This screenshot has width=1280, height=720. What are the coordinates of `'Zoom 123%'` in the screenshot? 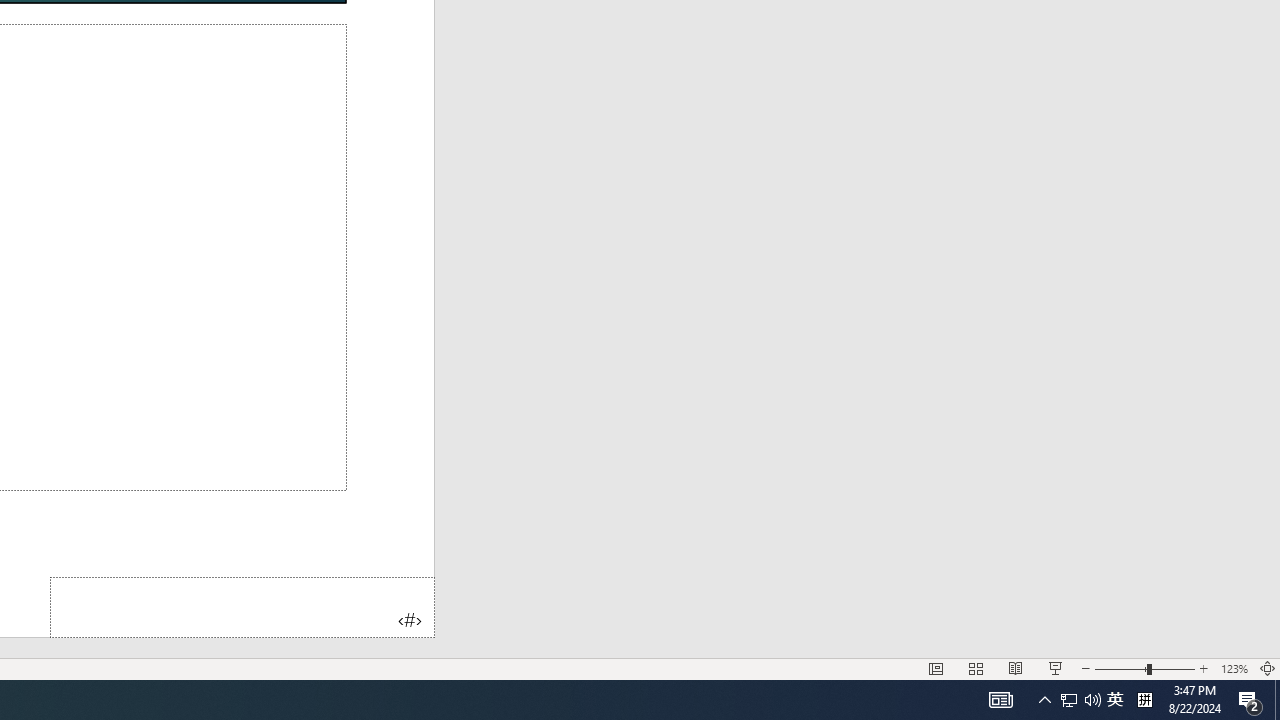 It's located at (1233, 669).